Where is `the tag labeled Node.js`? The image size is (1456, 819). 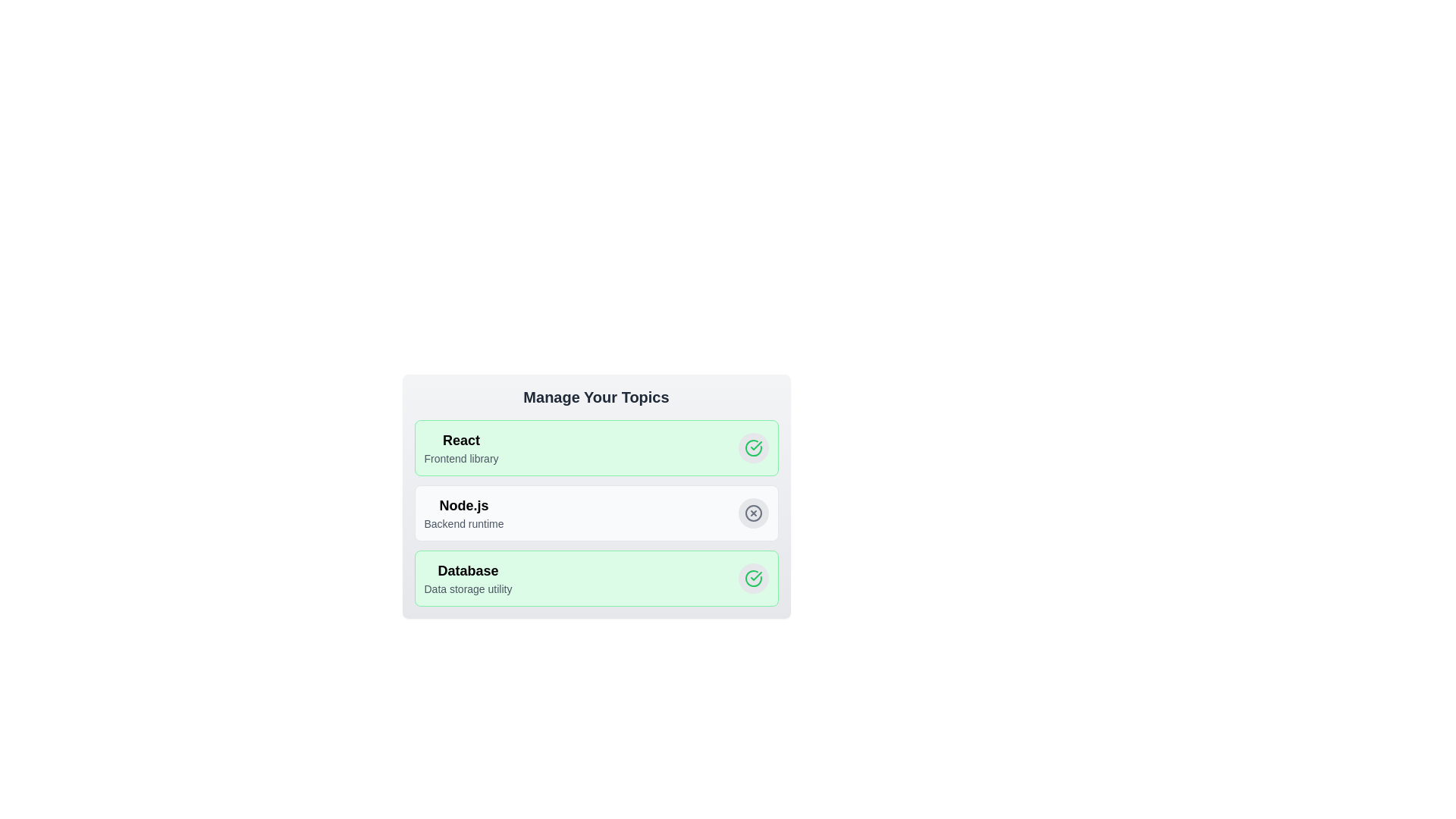
the tag labeled Node.js is located at coordinates (753, 513).